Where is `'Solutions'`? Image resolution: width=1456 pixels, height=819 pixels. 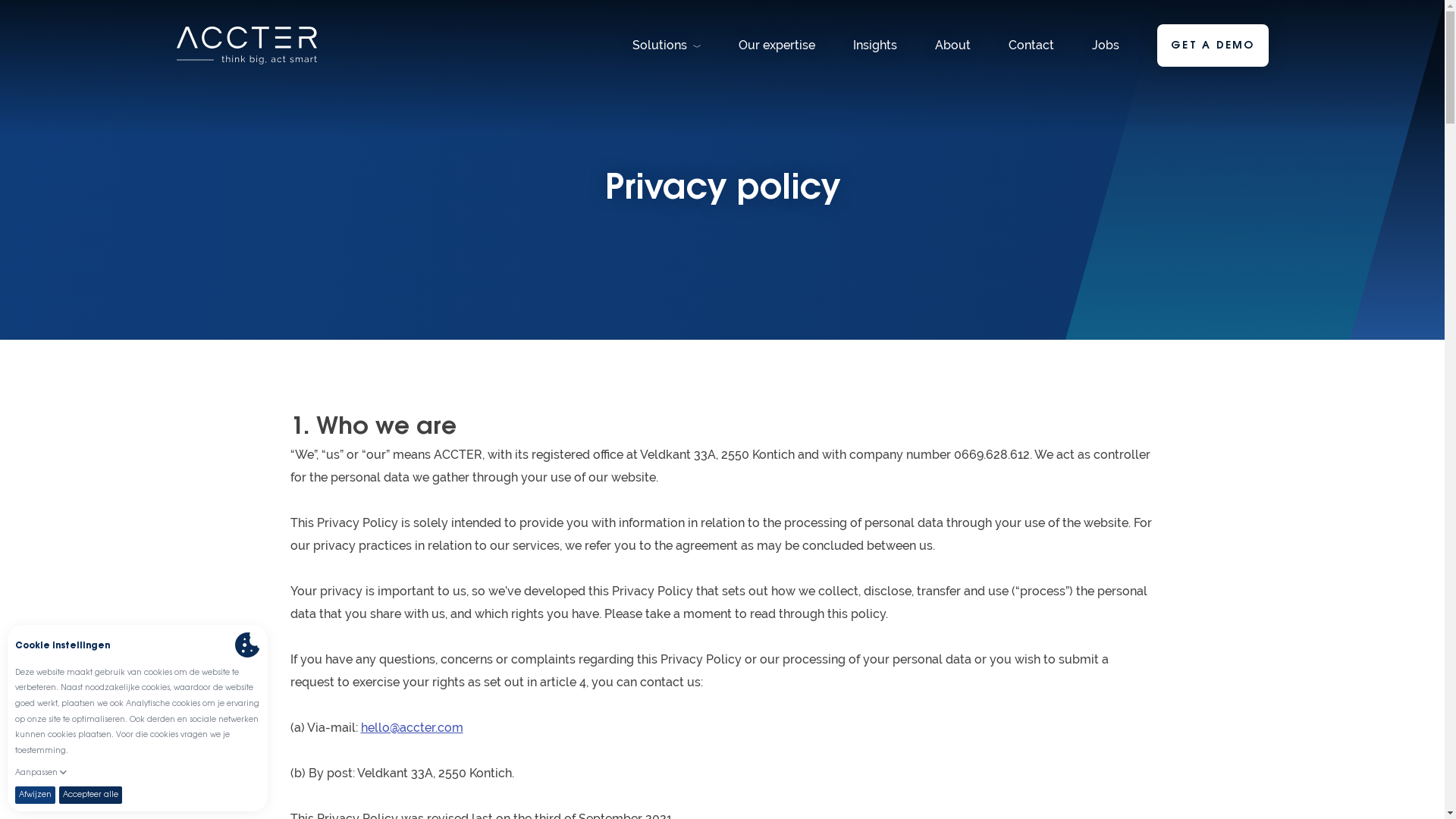 'Solutions' is located at coordinates (666, 45).